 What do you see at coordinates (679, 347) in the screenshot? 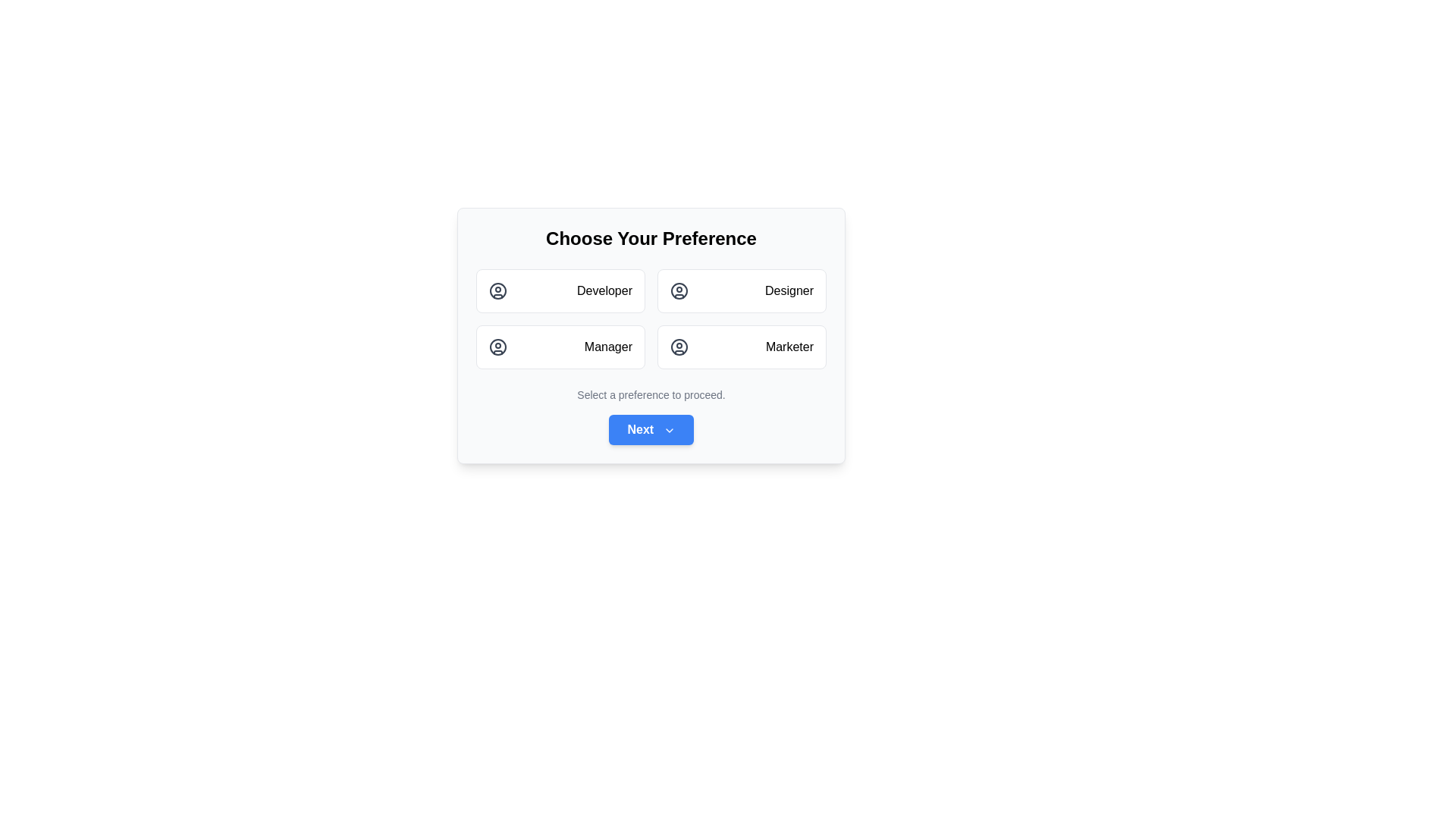
I see `the outermost circular icon in the 'Marketer' card of the 'Choose Your Preference' grid layout` at bounding box center [679, 347].